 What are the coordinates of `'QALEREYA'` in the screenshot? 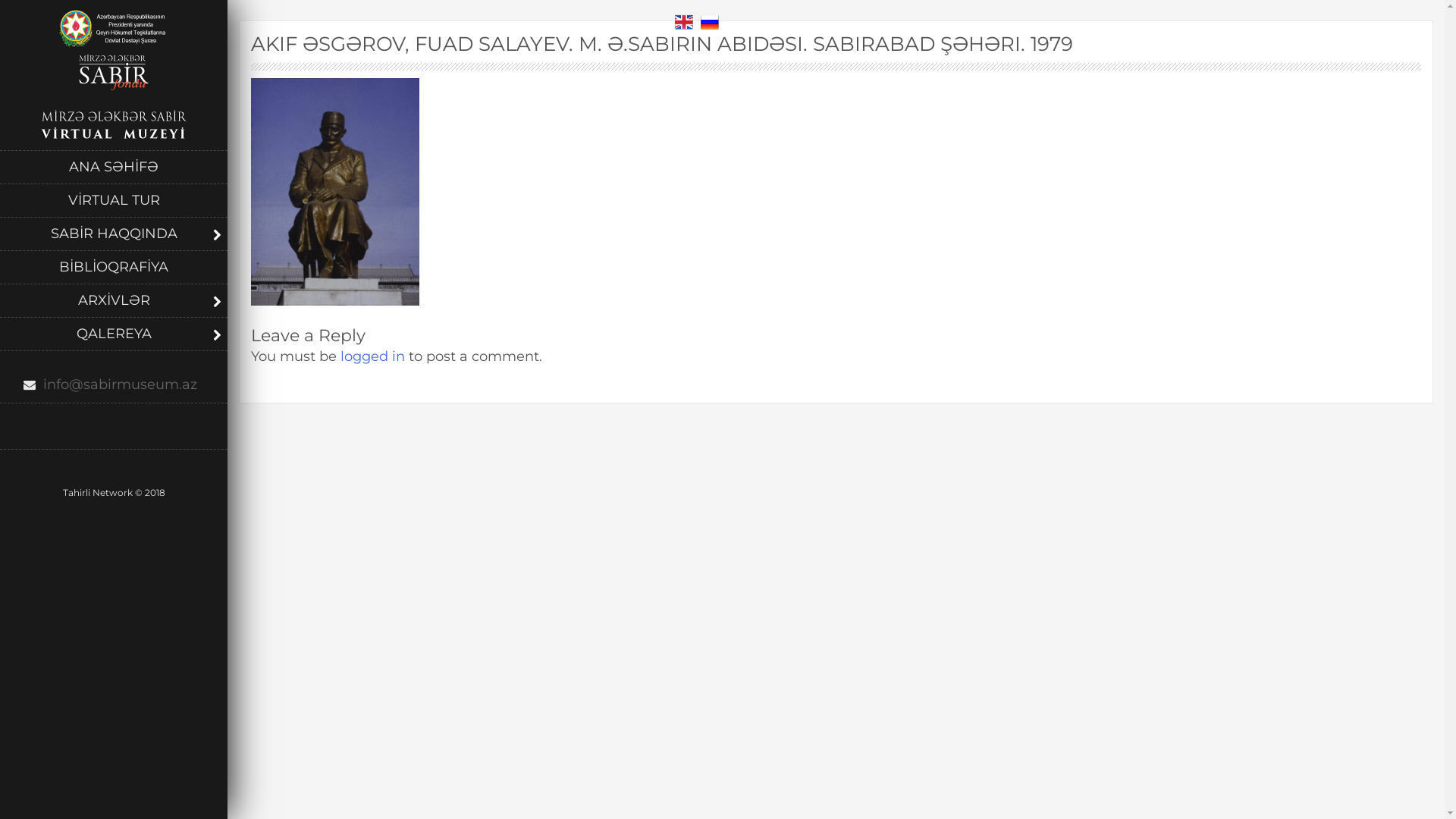 It's located at (112, 333).